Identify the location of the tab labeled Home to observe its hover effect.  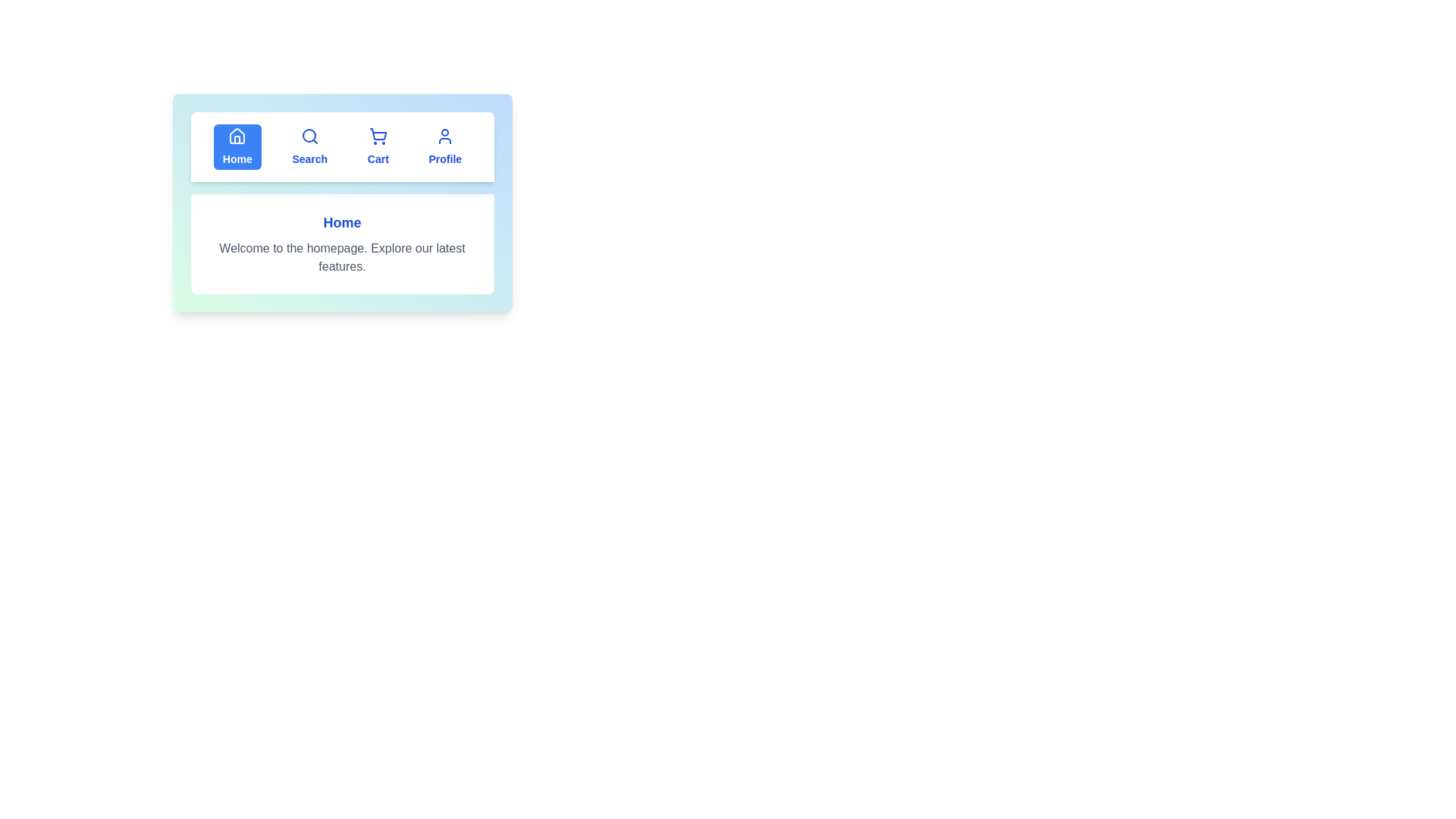
(236, 146).